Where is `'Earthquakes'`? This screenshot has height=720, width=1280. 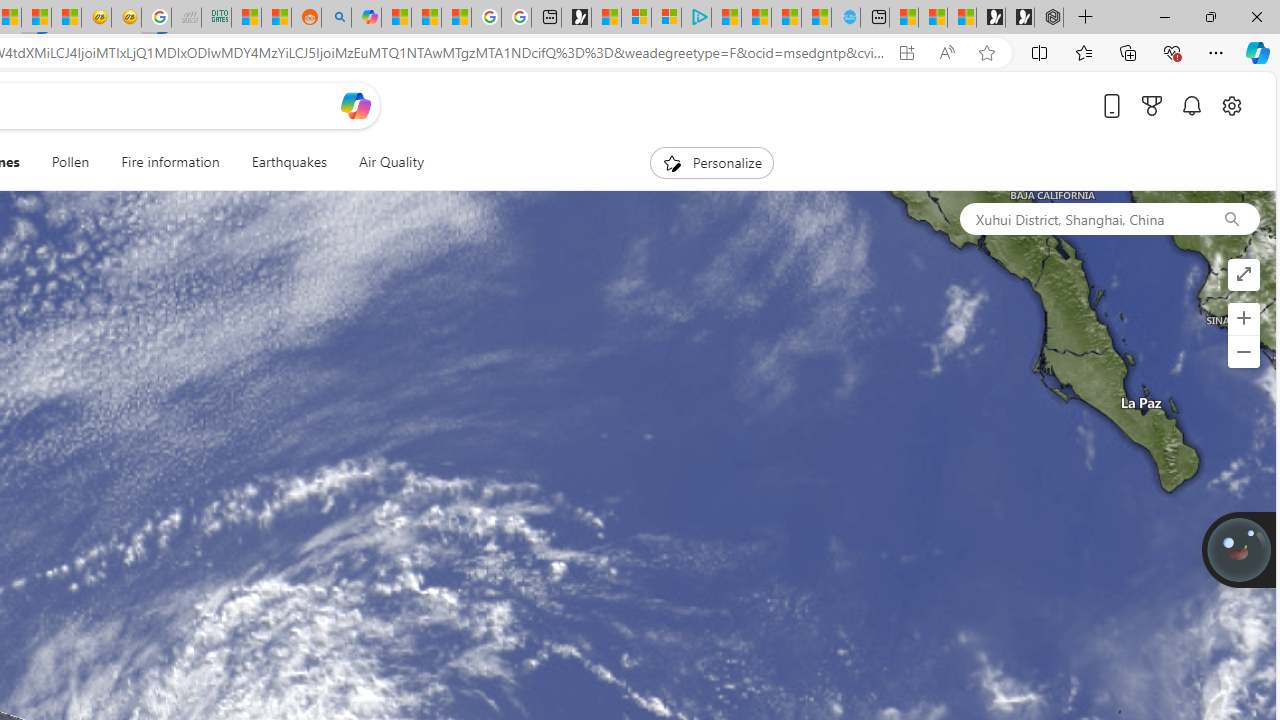
'Earthquakes' is located at coordinates (288, 162).